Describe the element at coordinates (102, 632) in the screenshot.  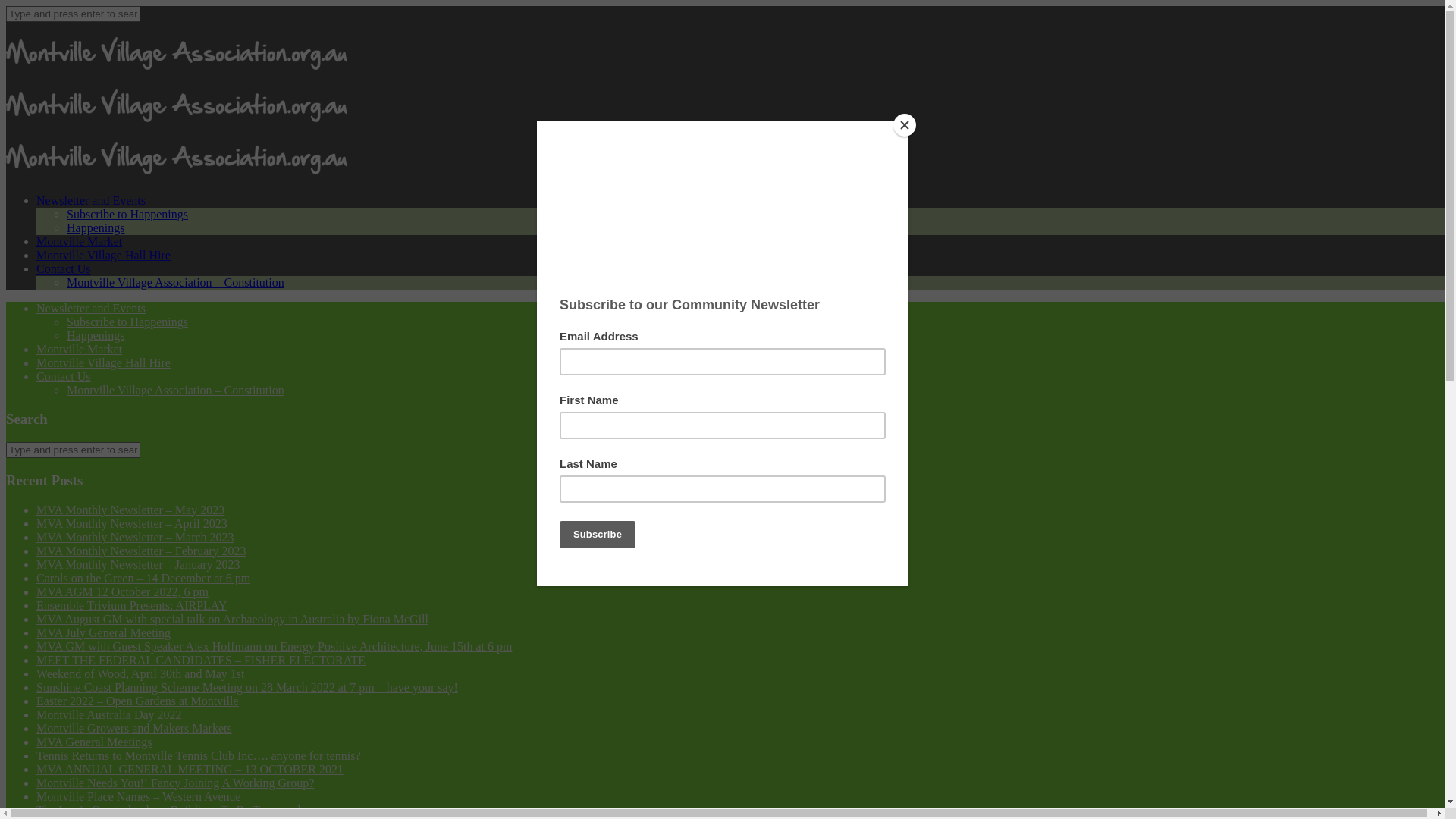
I see `'MVA July General Meeting'` at that location.